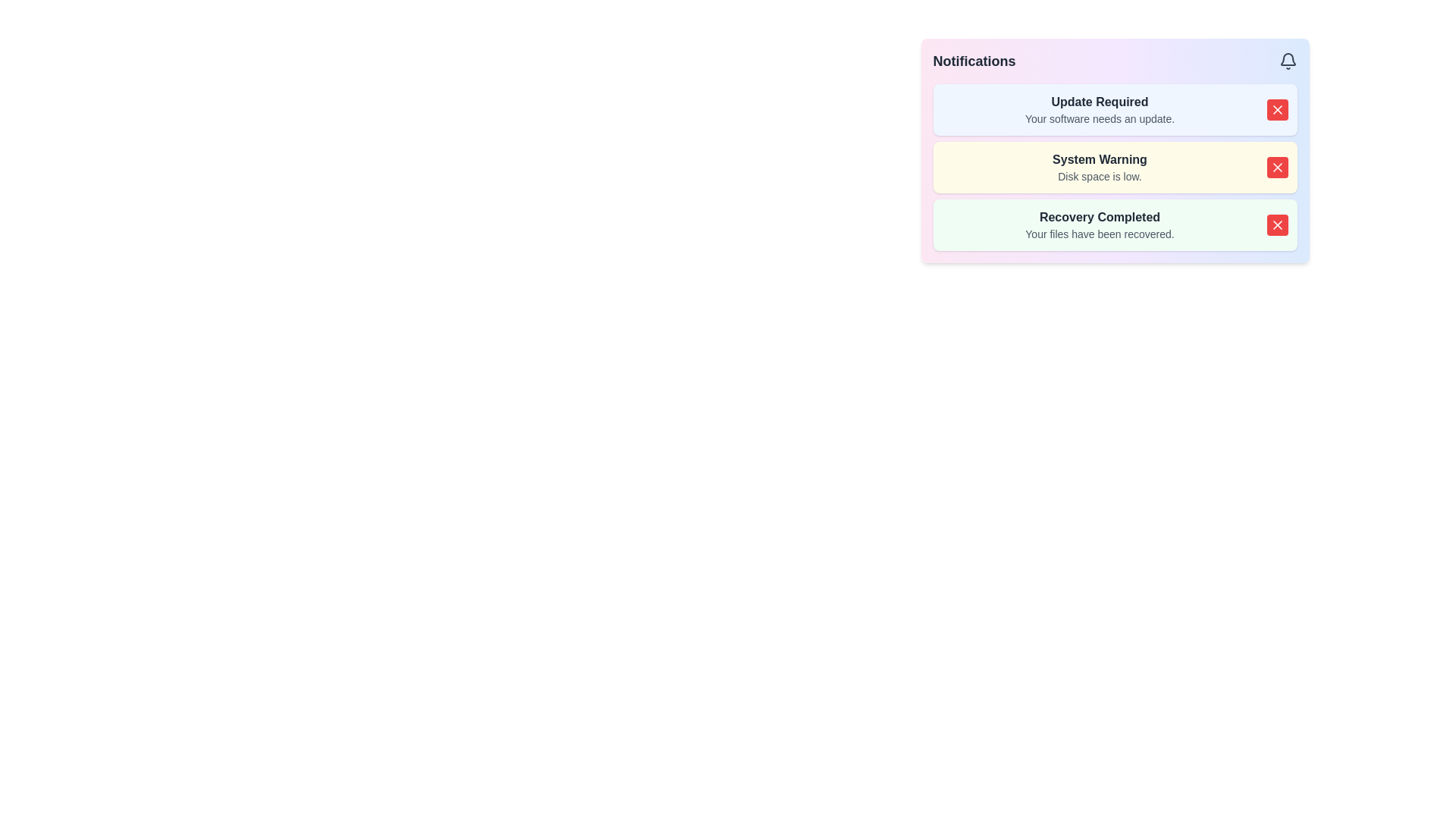 This screenshot has width=1456, height=819. Describe the element at coordinates (1100, 175) in the screenshot. I see `message displayed in the text label that says 'Disk space is low.' which is located beneath the 'System Warning' title in the notification panel` at that location.